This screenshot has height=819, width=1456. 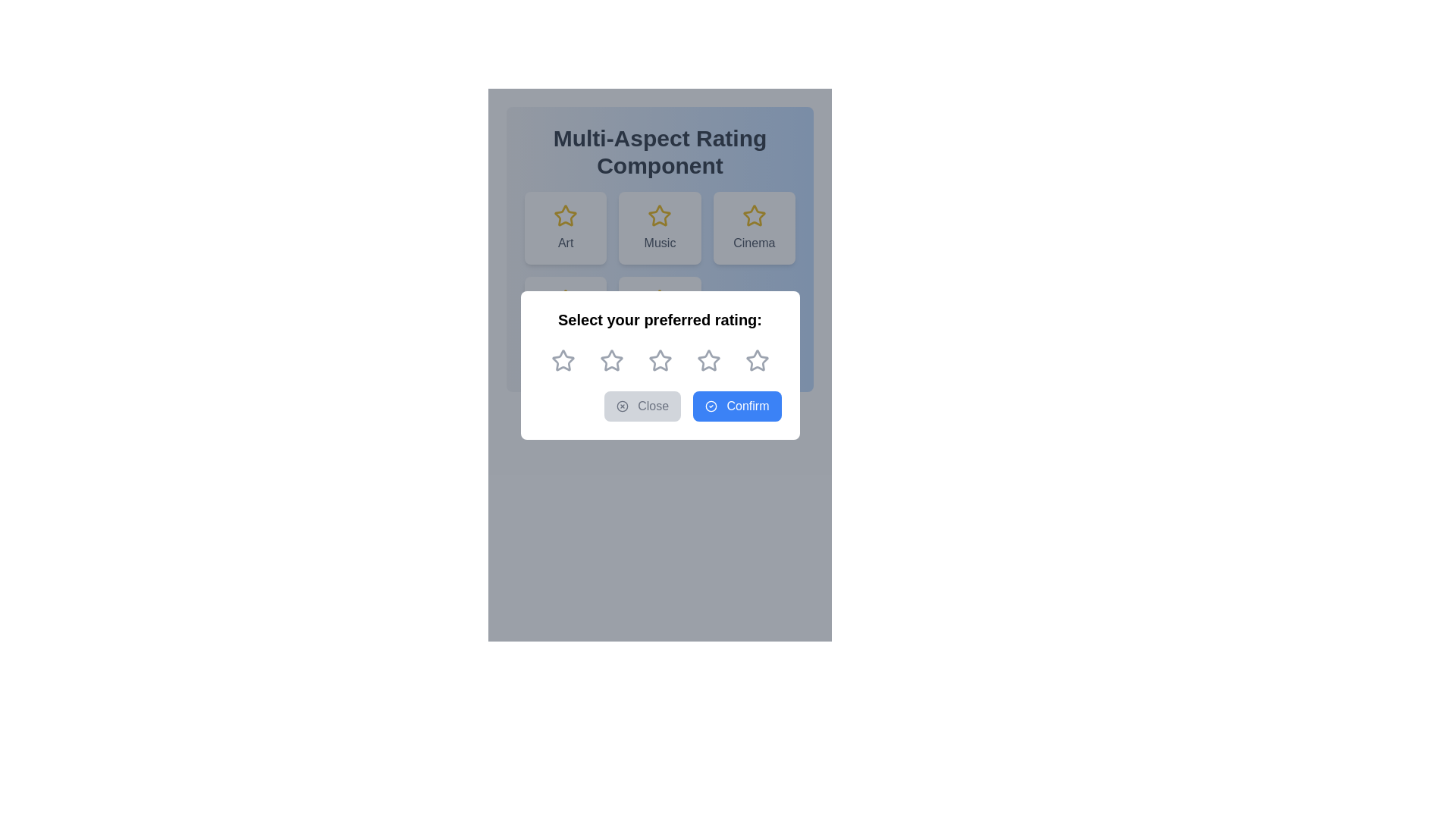 What do you see at coordinates (757, 359) in the screenshot?
I see `the fifth star rating icon` at bounding box center [757, 359].